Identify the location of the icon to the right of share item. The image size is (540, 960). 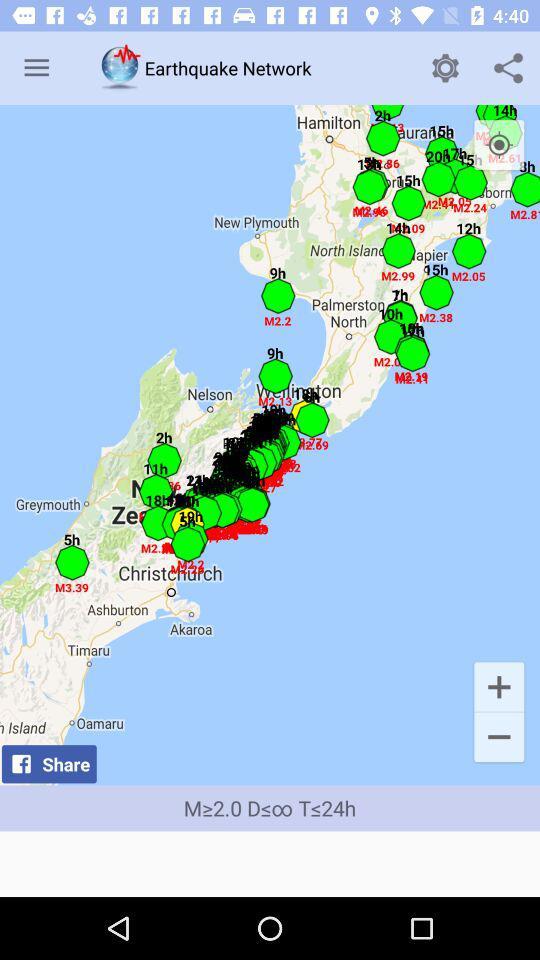
(498, 737).